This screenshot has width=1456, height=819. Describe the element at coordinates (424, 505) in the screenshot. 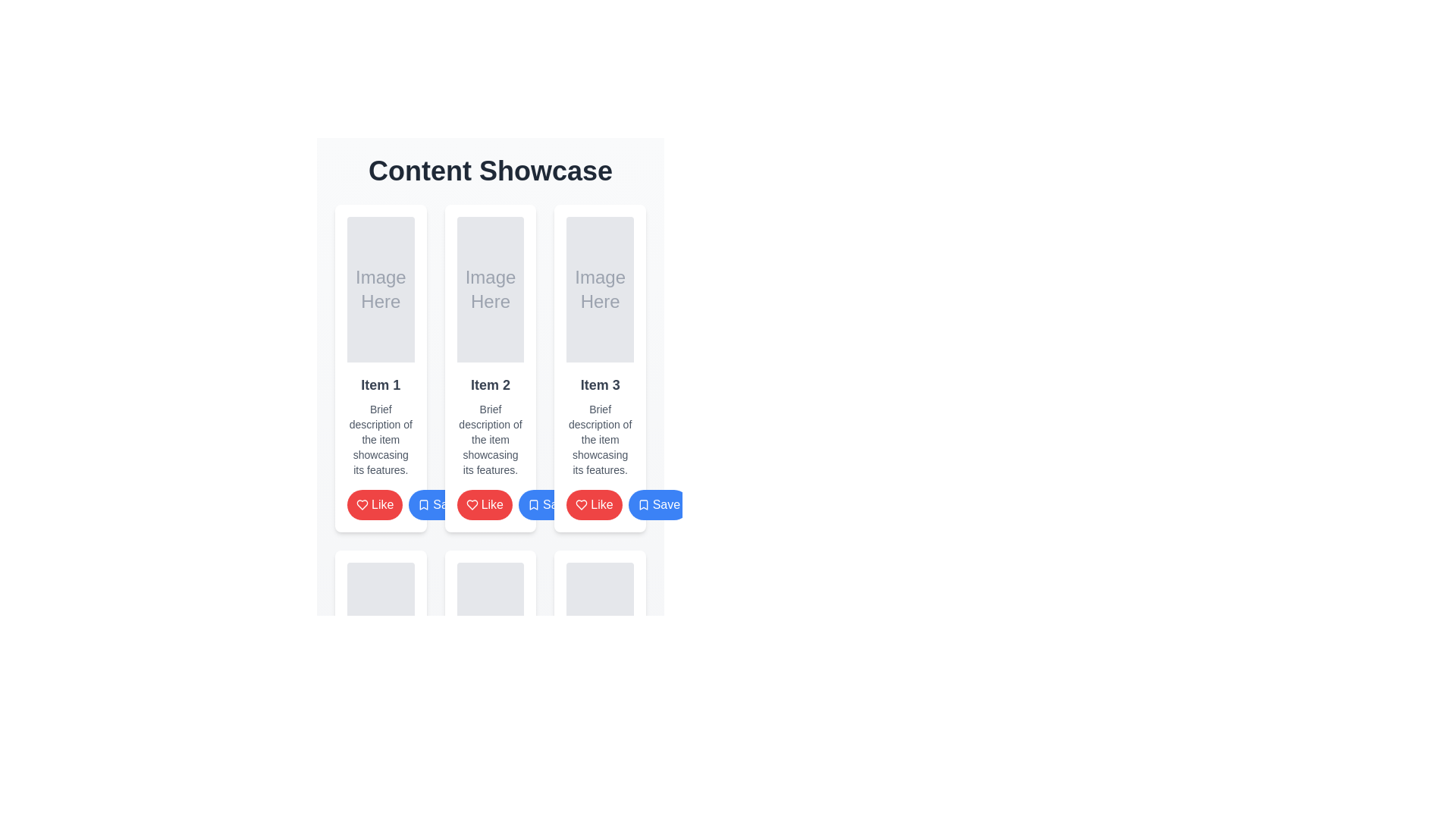

I see `the bookmark icon located in the bottom-right section of the 'Item 2' card` at that location.